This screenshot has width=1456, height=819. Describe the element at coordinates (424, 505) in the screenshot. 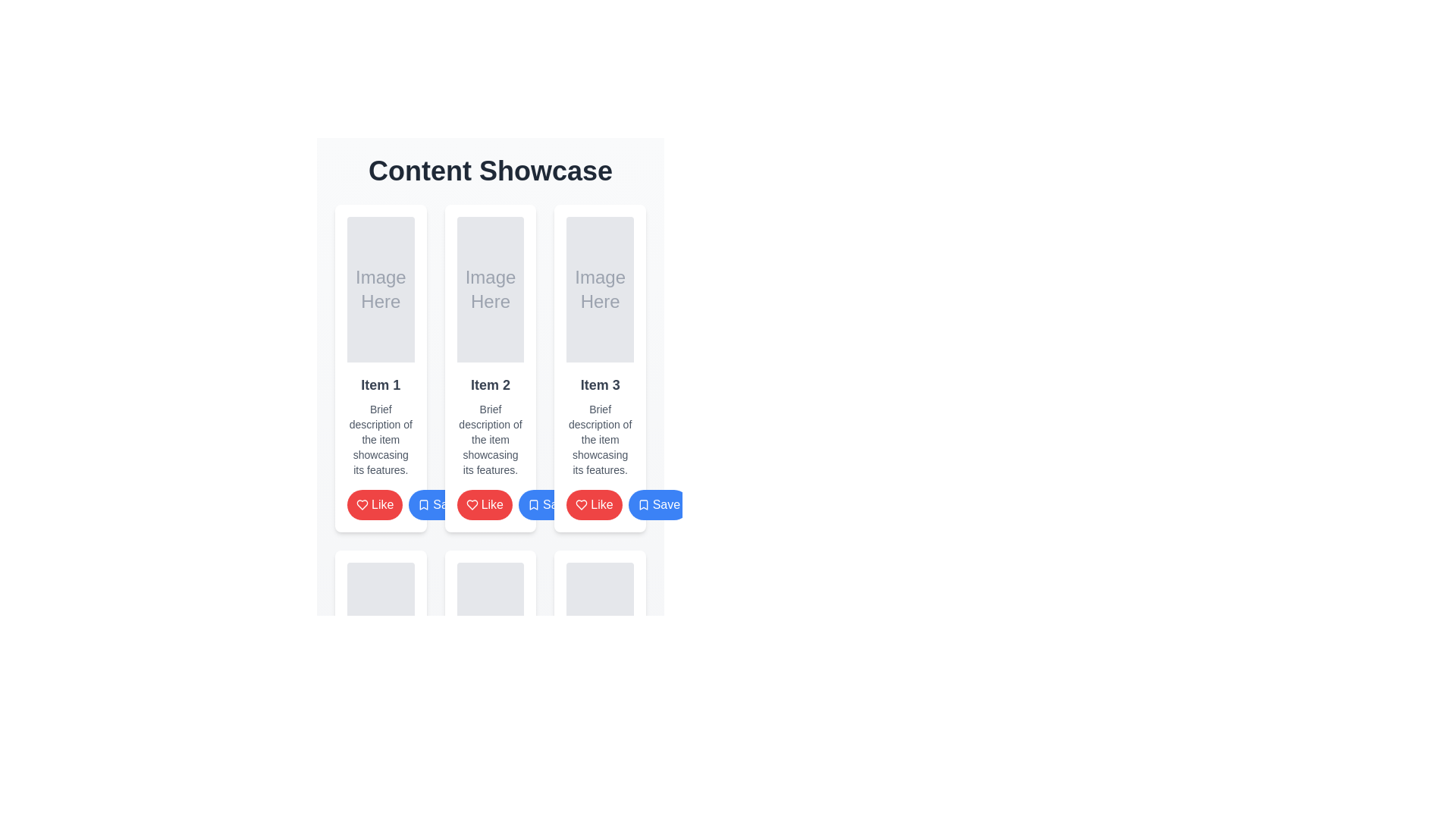

I see `the bookmark icon located in the bottom-right section of the 'Item 2' card` at that location.